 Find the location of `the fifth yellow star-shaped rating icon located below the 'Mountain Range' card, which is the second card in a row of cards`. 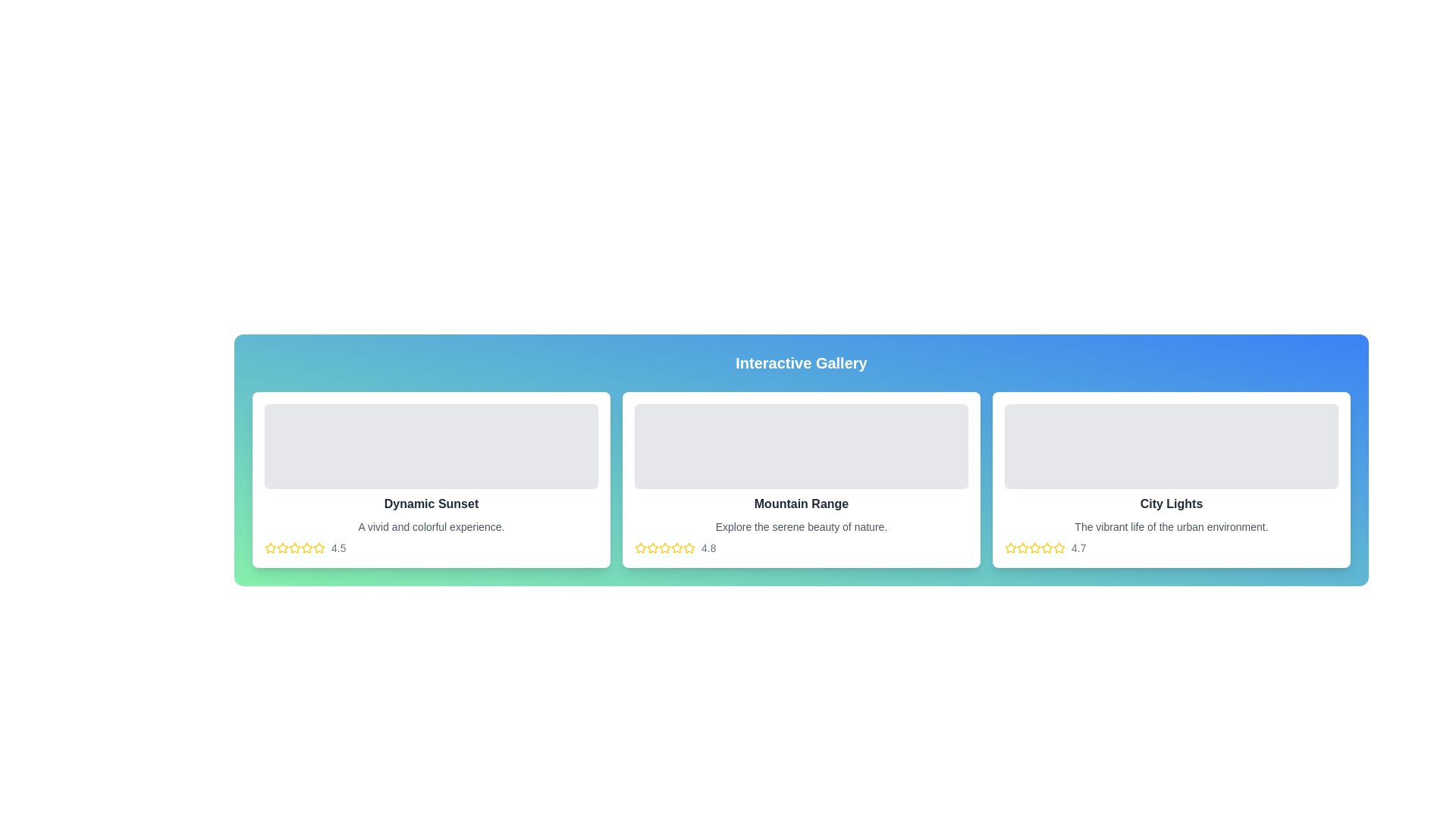

the fifth yellow star-shaped rating icon located below the 'Mountain Range' card, which is the second card in a row of cards is located at coordinates (665, 548).